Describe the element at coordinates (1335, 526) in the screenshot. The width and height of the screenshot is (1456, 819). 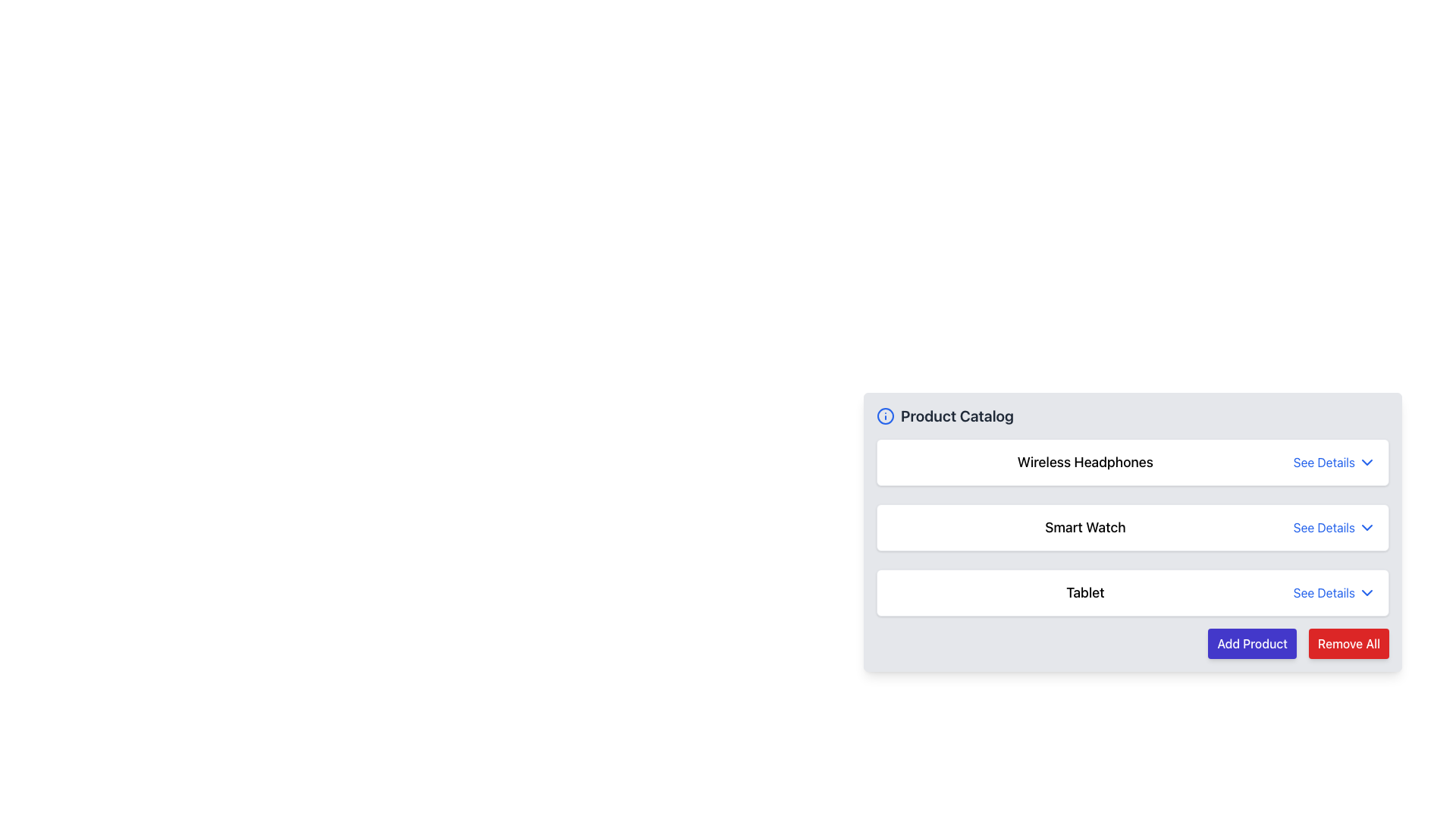
I see `the second 'See Details' button on the right side of the 'Smart Watch' product in the Product Catalog` at that location.